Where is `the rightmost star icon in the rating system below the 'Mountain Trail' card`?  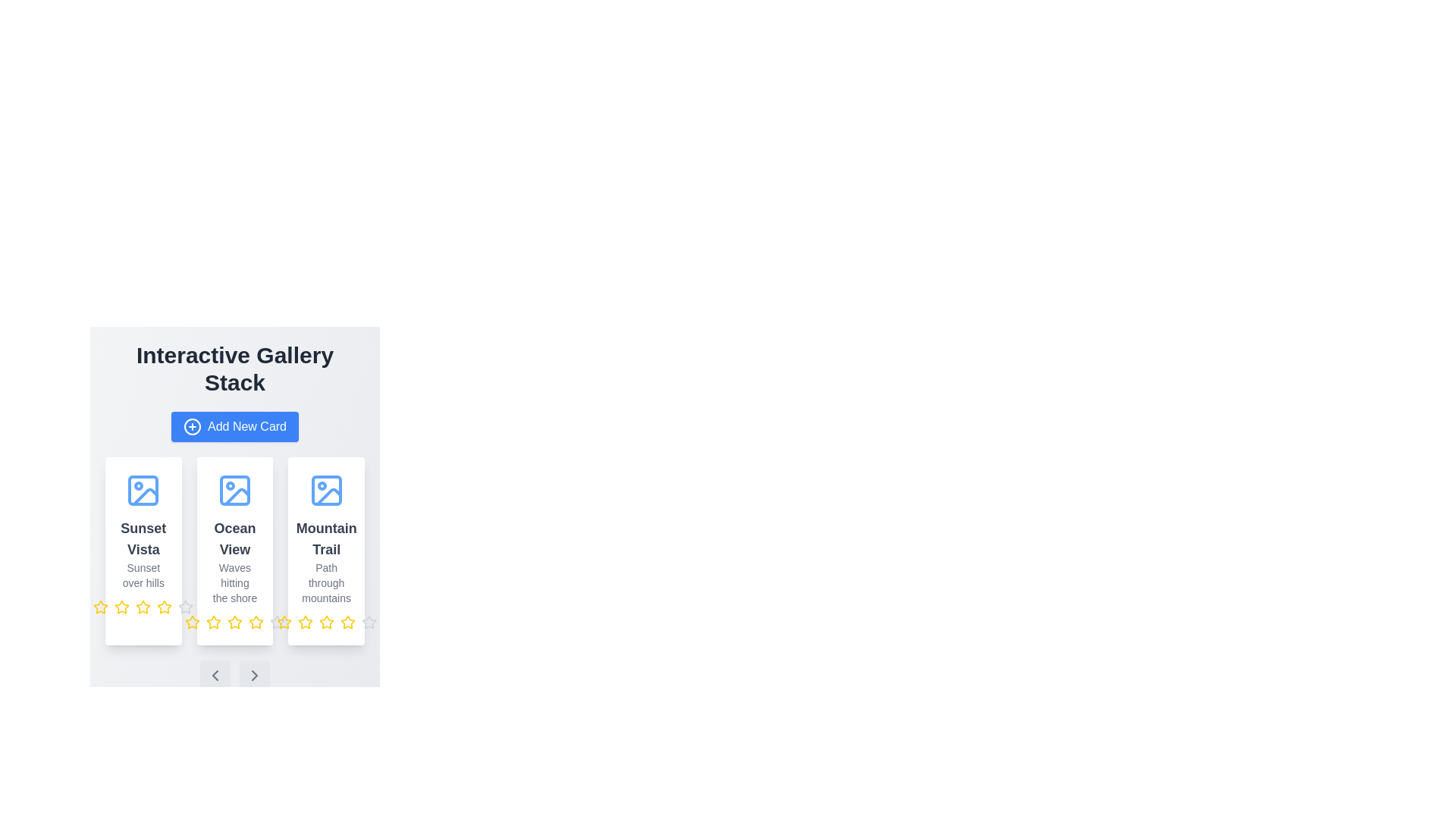
the rightmost star icon in the rating system below the 'Mountain Trail' card is located at coordinates (347, 622).